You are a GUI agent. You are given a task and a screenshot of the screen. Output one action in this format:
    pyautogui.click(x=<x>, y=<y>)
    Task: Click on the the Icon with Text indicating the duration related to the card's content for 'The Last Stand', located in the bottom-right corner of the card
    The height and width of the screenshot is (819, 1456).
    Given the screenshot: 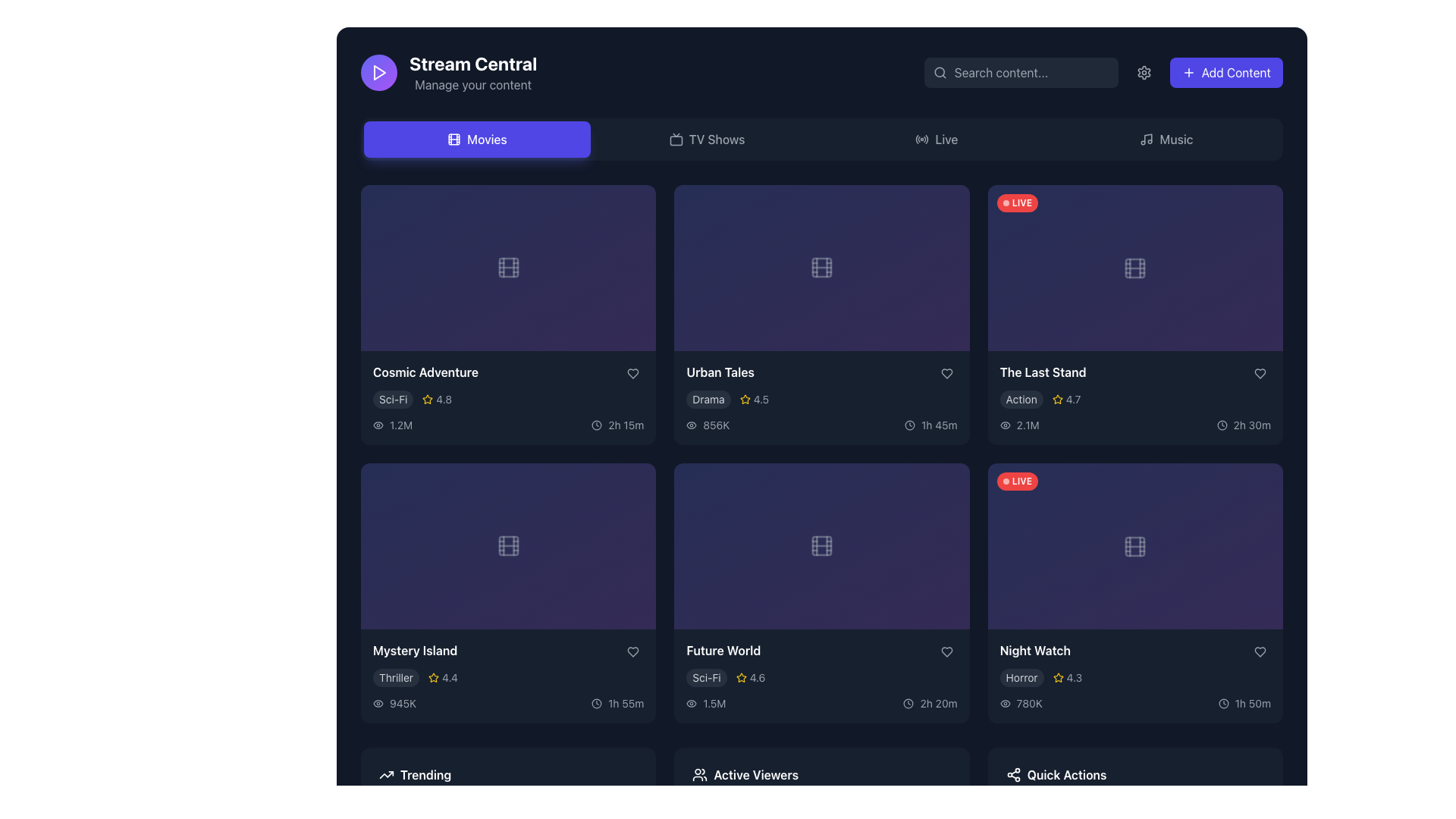 What is the action you would take?
    pyautogui.click(x=1244, y=425)
    